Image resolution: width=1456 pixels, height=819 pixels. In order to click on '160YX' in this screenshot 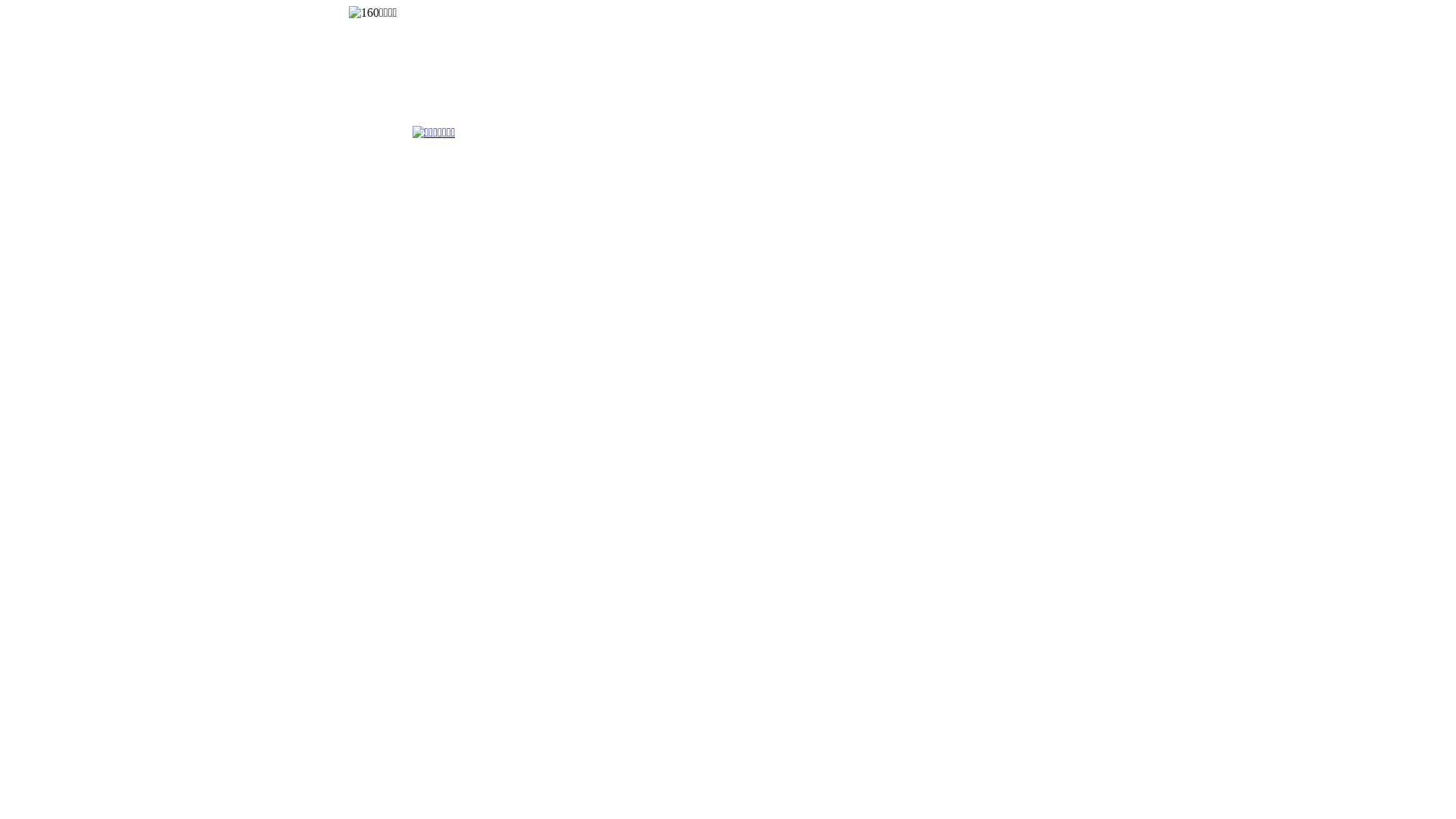, I will do `click(348, 12)`.